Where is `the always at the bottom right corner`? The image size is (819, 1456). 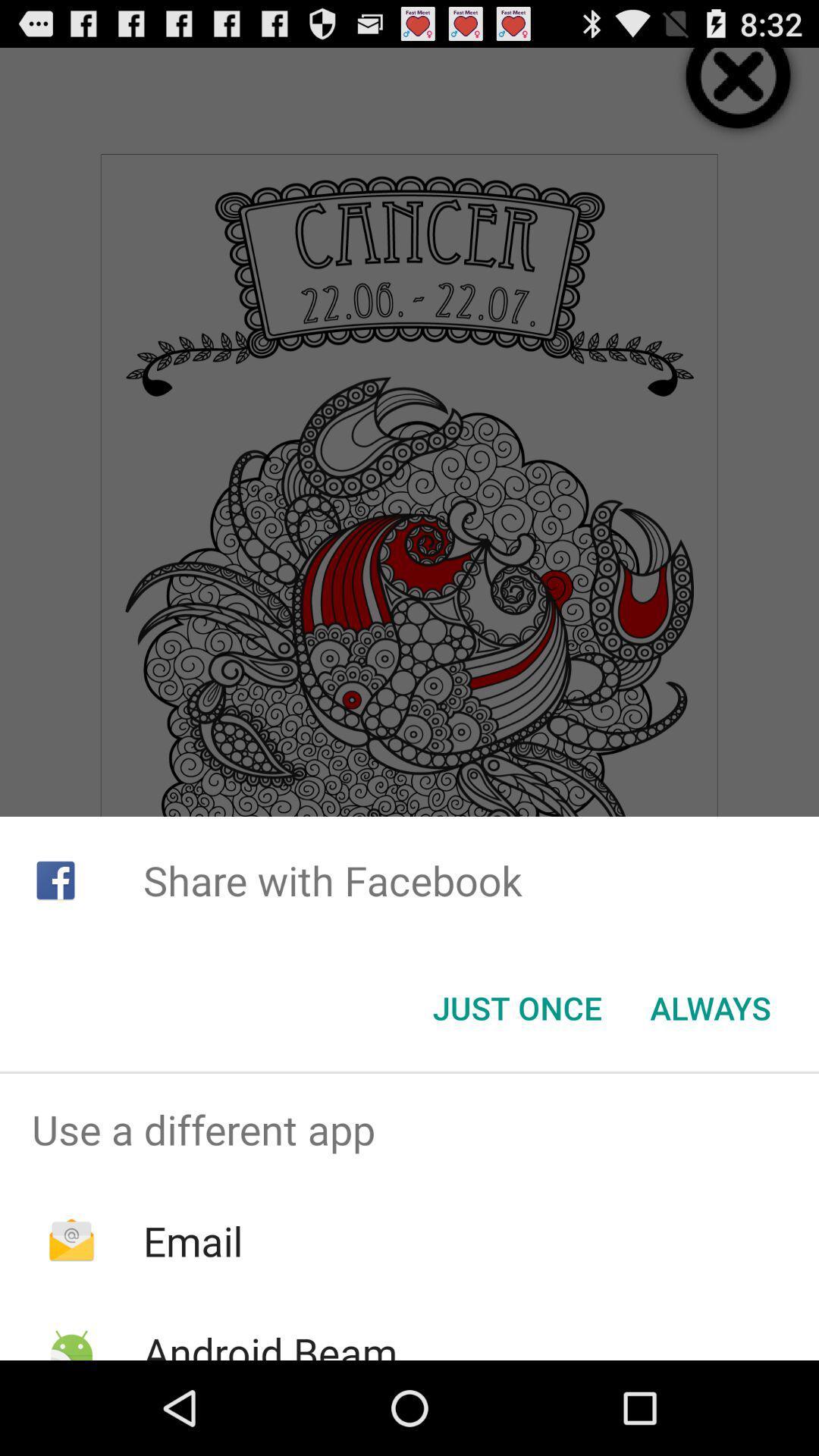 the always at the bottom right corner is located at coordinates (711, 1008).